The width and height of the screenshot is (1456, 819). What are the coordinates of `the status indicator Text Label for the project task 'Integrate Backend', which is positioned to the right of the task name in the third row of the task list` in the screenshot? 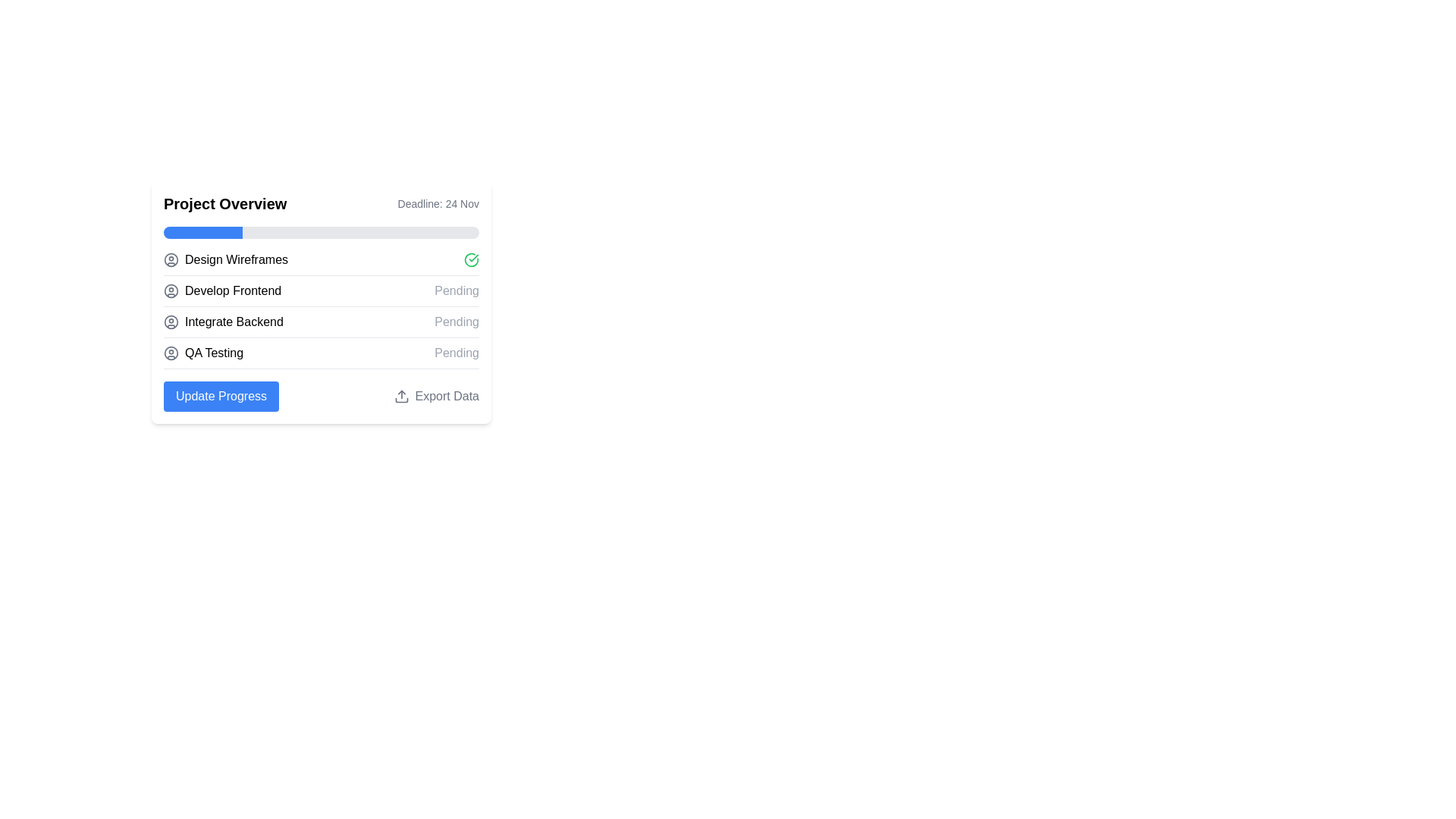 It's located at (456, 321).